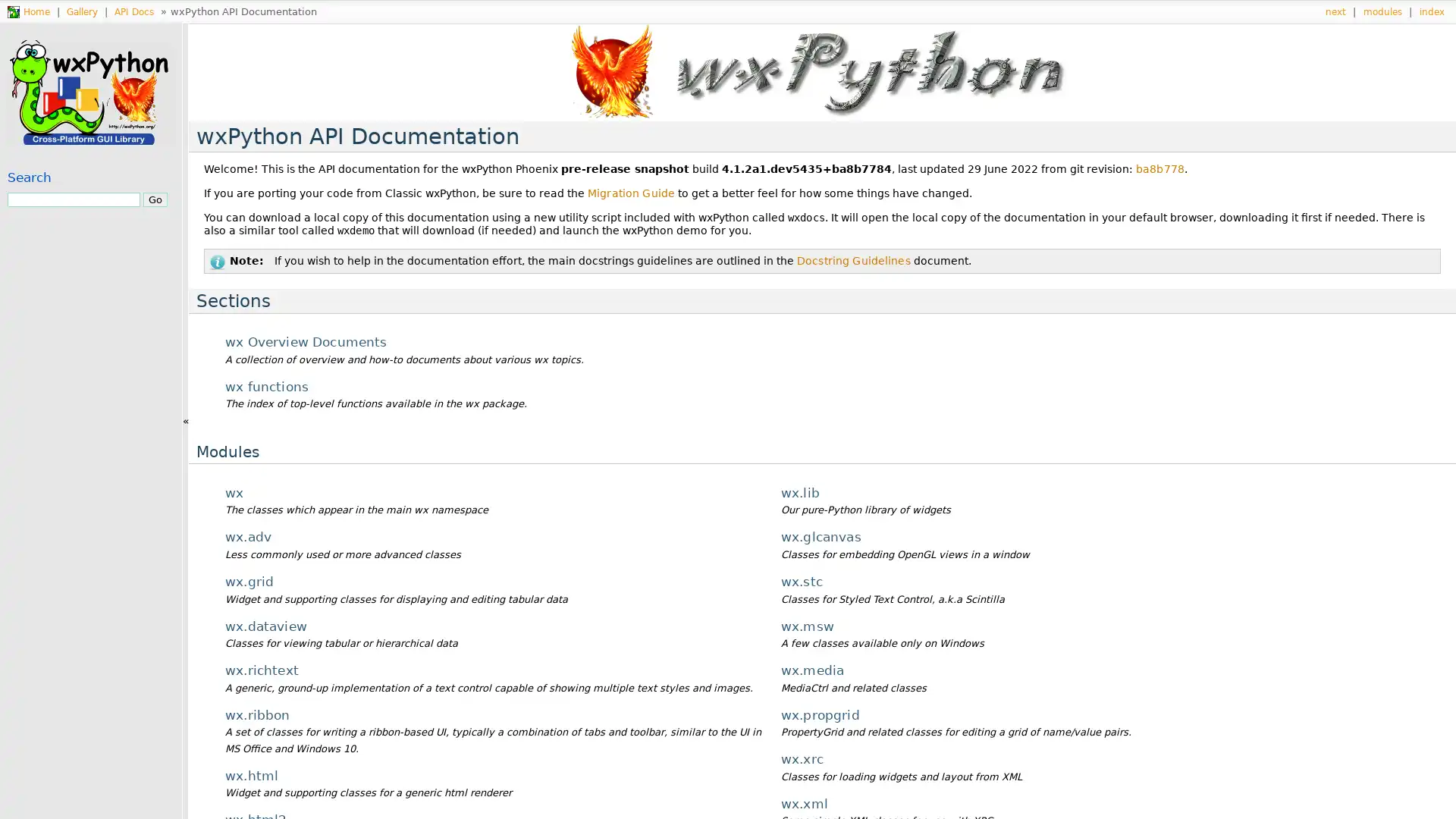  What do you see at coordinates (155, 198) in the screenshot?
I see `Go` at bounding box center [155, 198].